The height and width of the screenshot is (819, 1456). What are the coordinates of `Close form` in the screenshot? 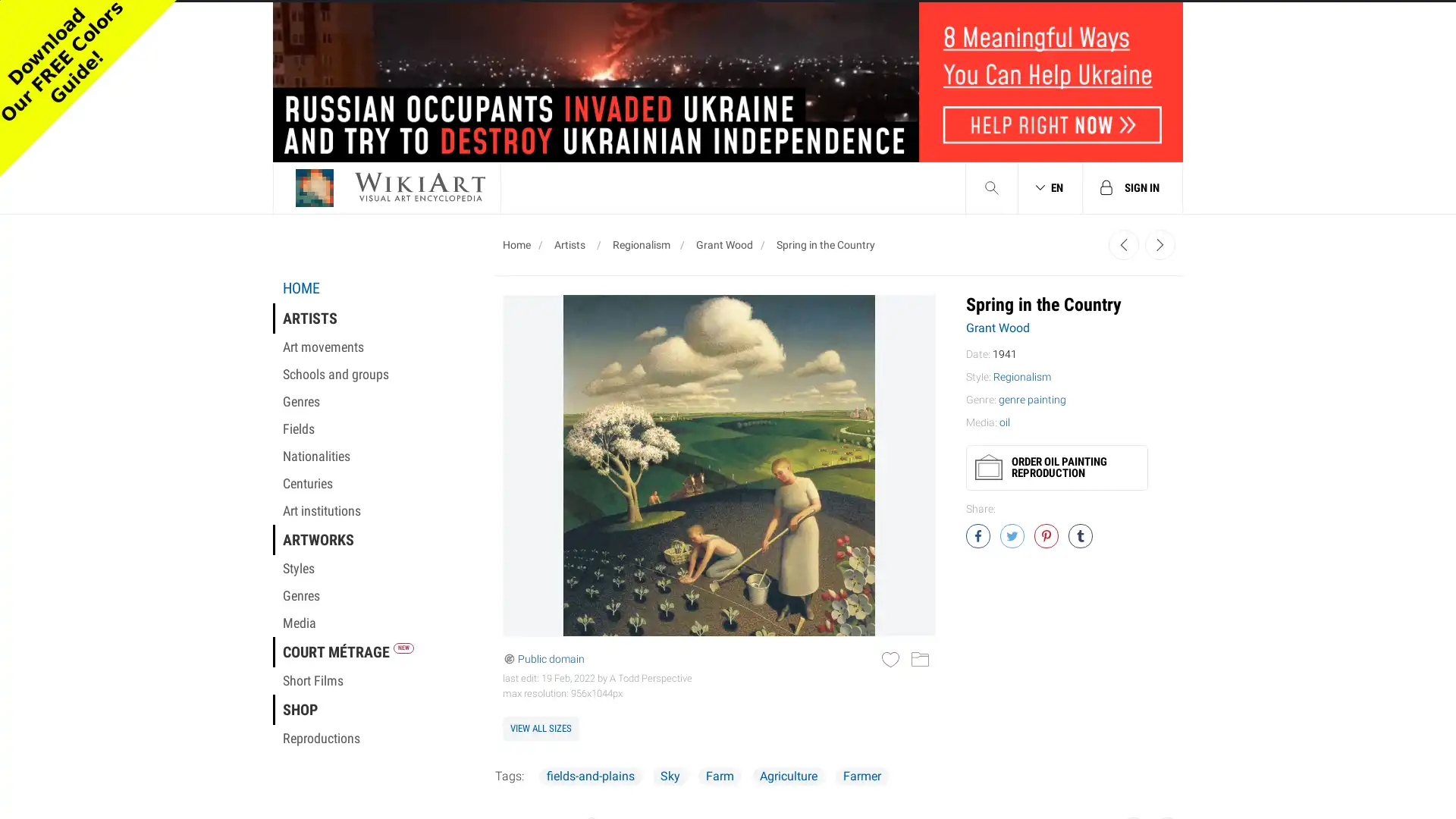 It's located at (1012, 34).